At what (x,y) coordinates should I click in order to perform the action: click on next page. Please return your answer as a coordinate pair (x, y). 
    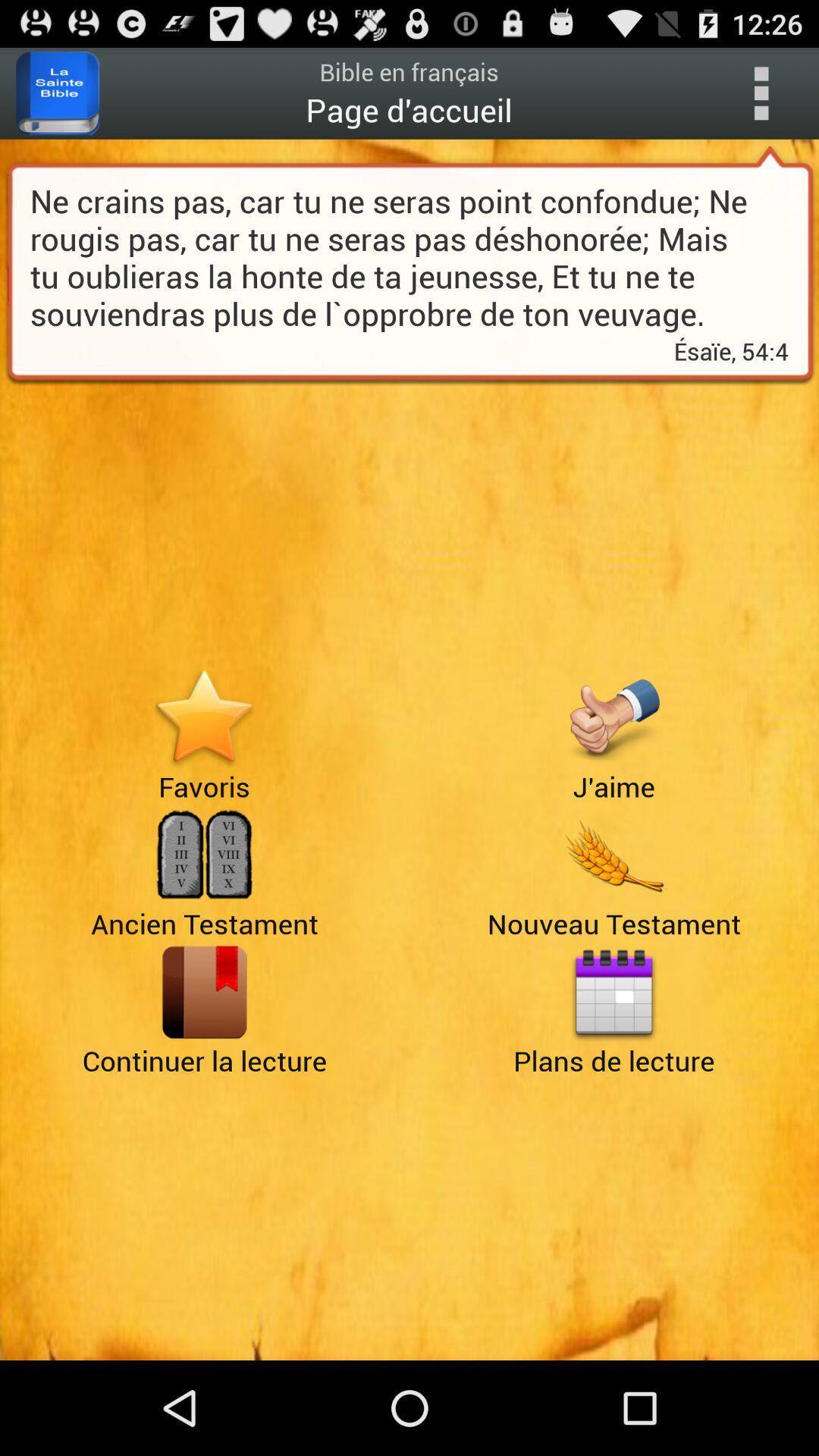
    Looking at the image, I should click on (203, 992).